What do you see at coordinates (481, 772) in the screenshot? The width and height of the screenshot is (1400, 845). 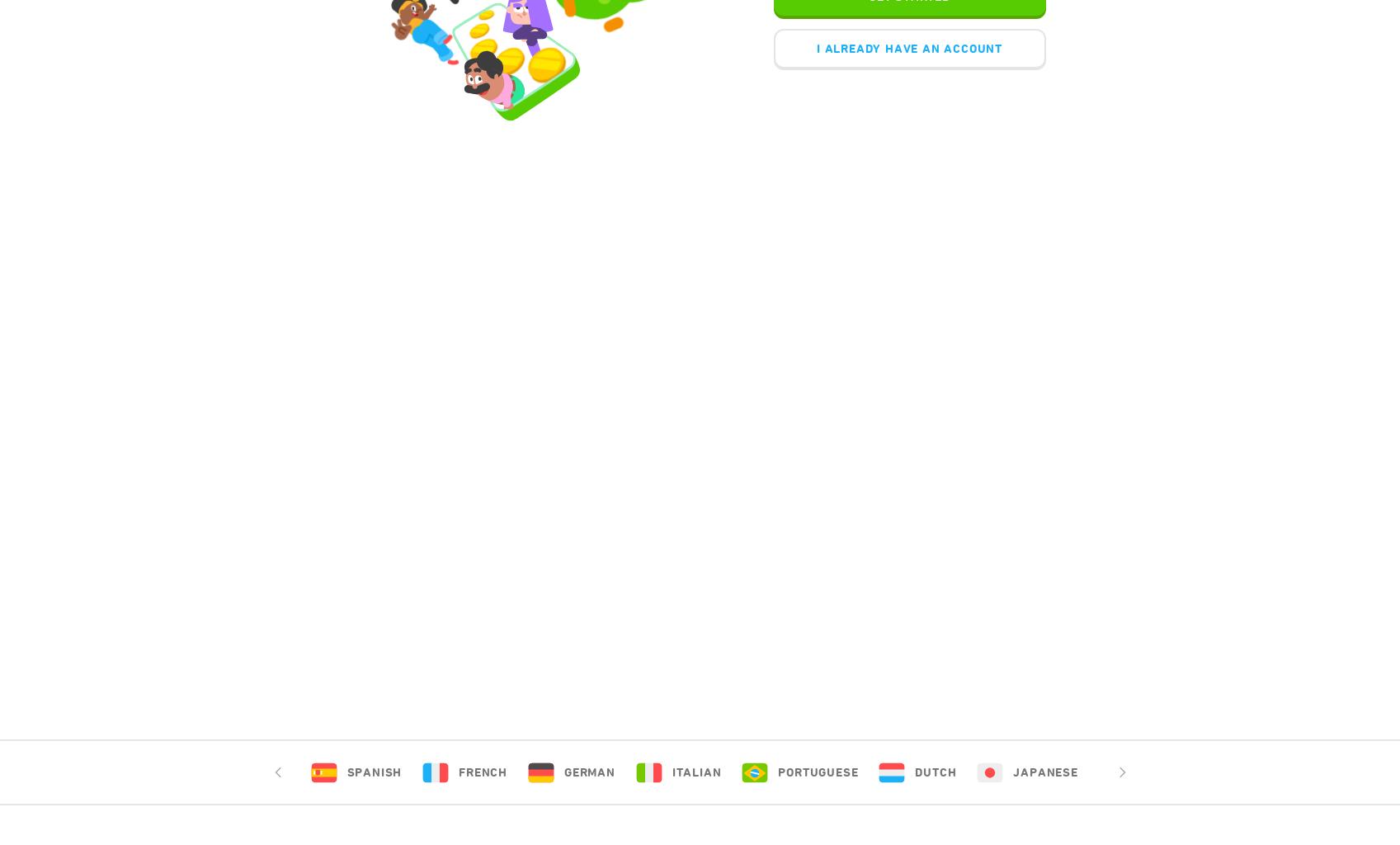 I see `'French'` at bounding box center [481, 772].